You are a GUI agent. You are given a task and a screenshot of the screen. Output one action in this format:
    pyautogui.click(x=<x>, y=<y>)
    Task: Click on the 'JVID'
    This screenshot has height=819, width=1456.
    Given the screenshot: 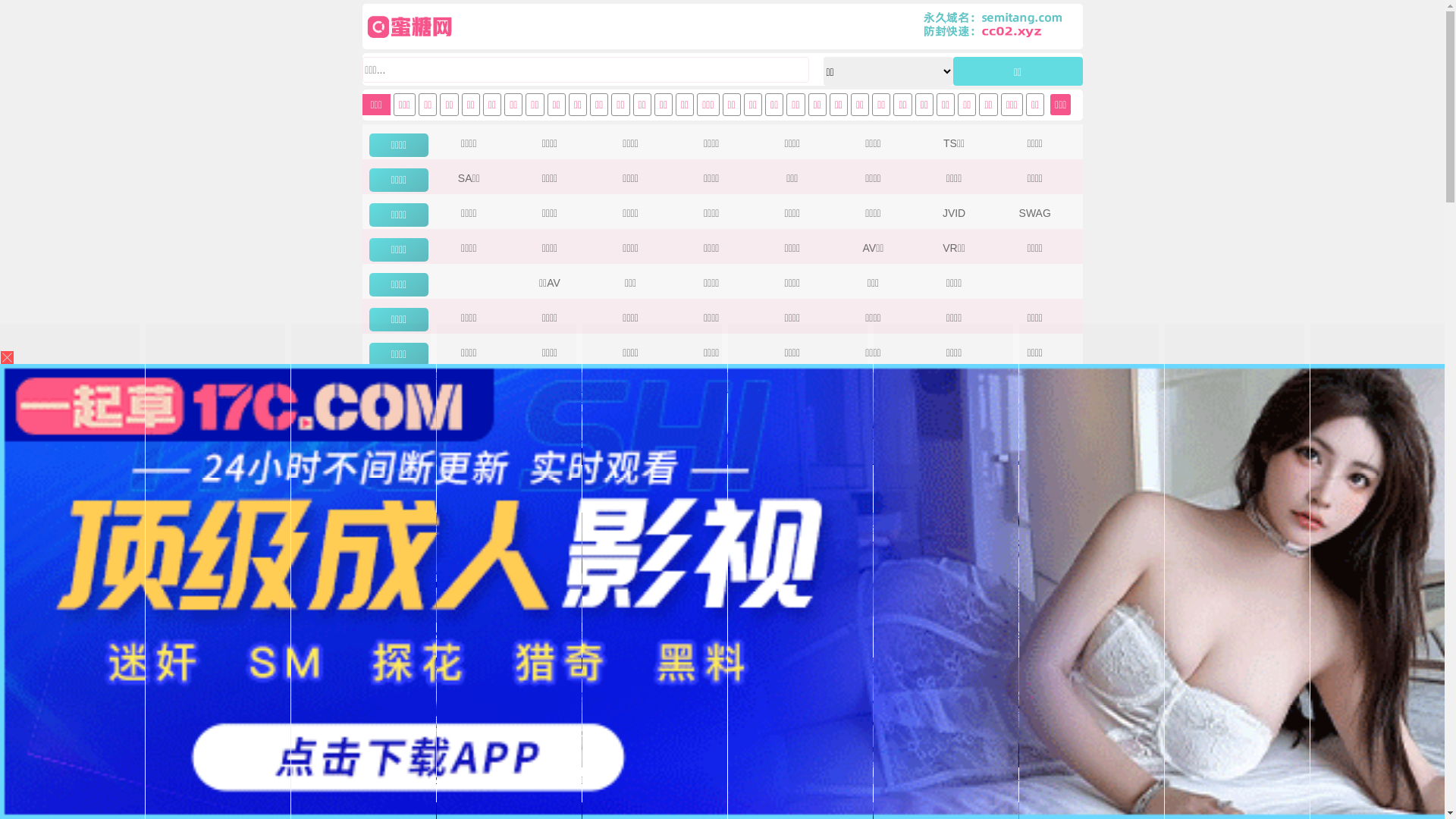 What is the action you would take?
    pyautogui.click(x=952, y=213)
    